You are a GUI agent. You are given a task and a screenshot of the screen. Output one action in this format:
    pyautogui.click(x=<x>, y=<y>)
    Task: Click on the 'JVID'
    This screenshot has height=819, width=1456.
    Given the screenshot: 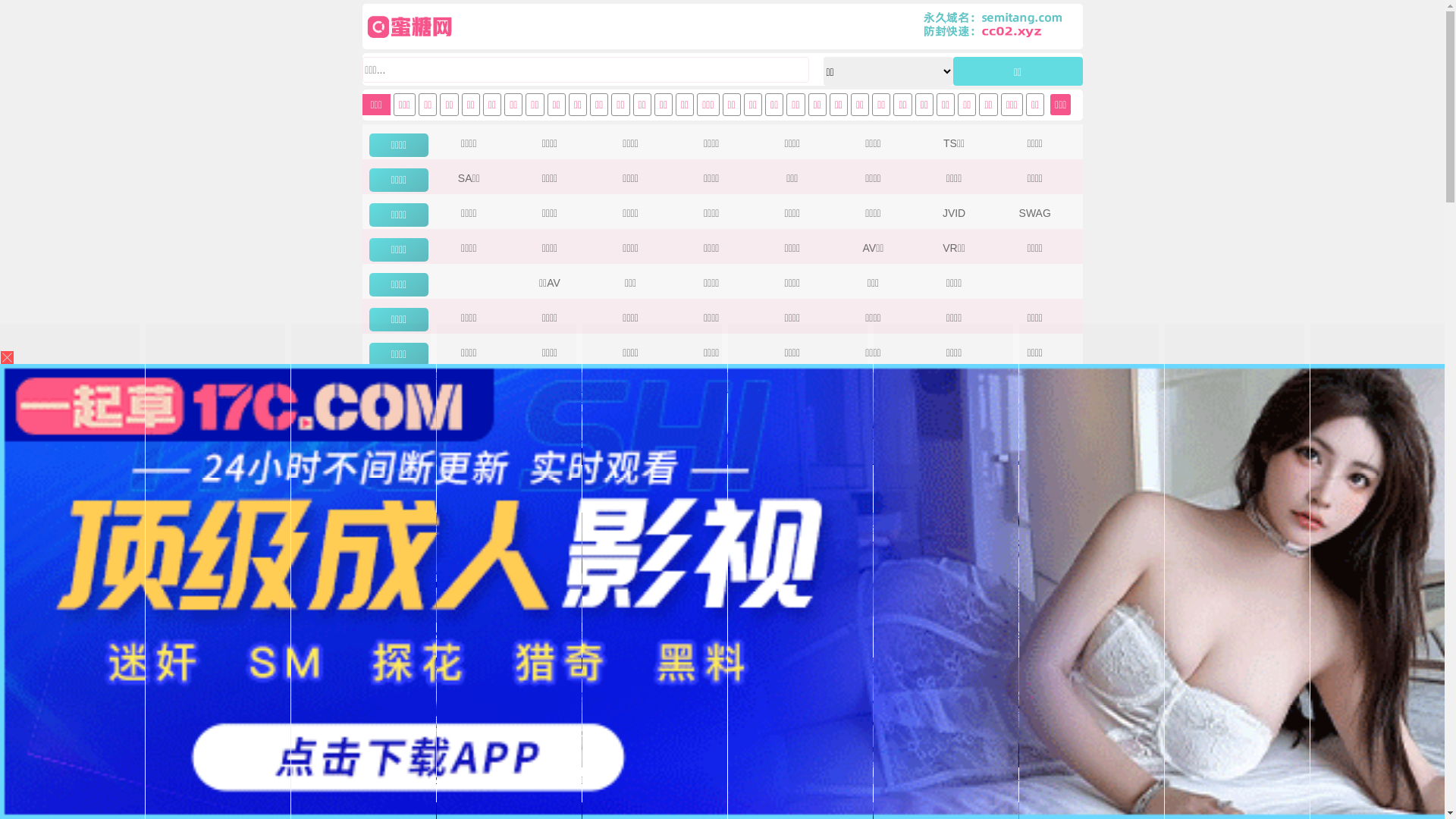 What is the action you would take?
    pyautogui.click(x=952, y=213)
    